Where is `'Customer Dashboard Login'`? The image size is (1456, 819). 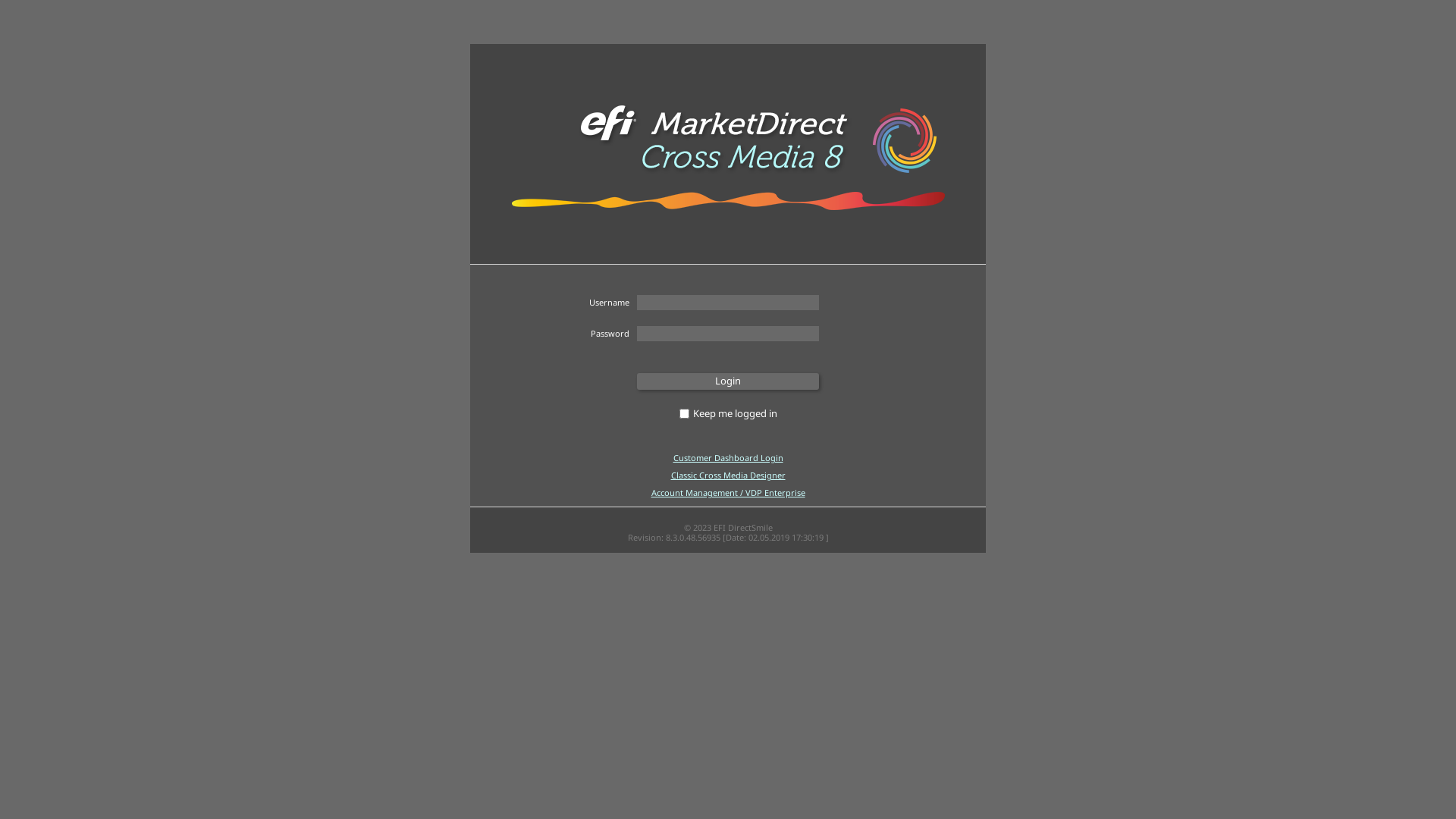 'Customer Dashboard Login' is located at coordinates (728, 457).